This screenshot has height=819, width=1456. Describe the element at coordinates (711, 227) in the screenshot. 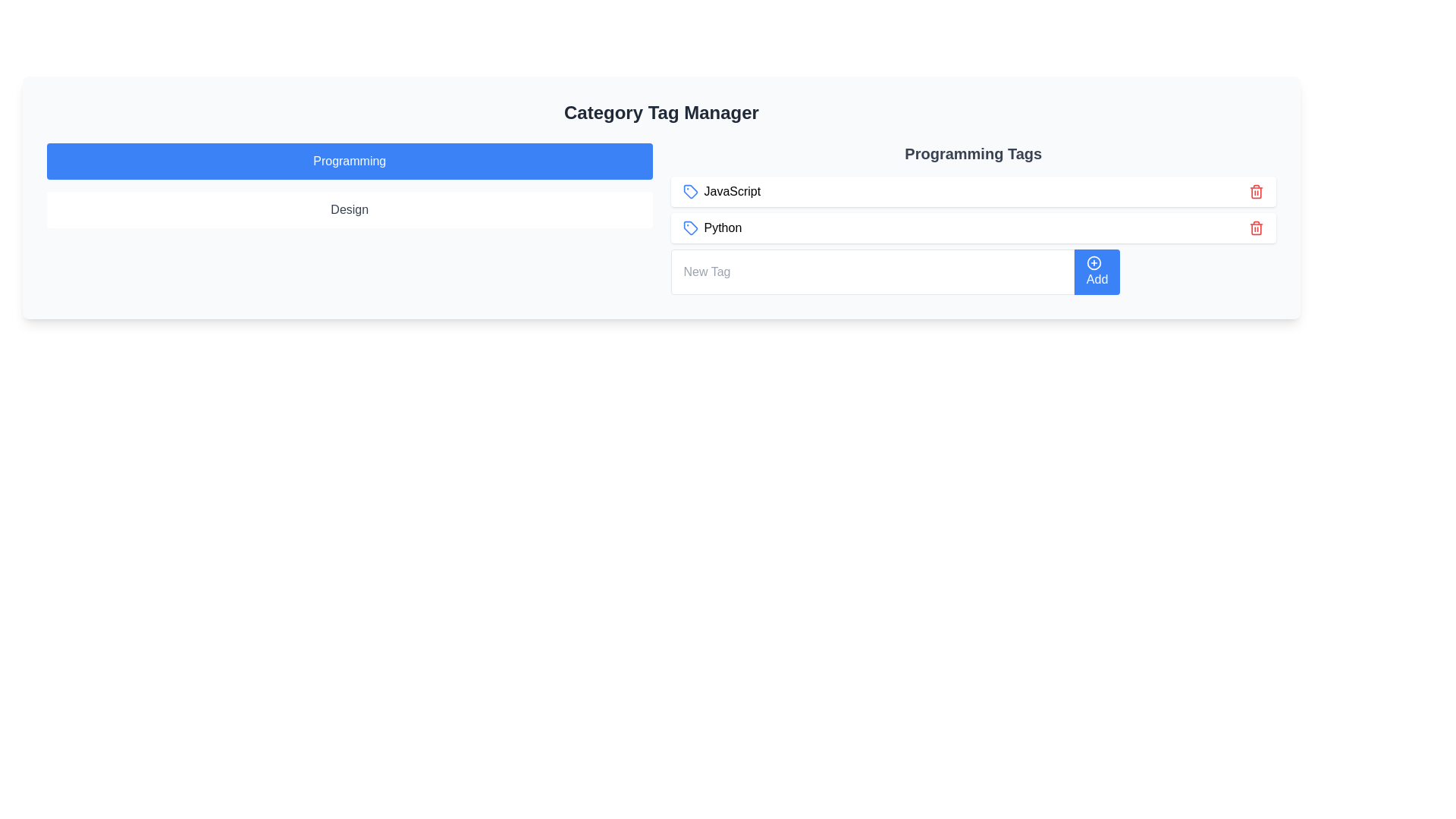

I see `the label displaying 'Python' with a blue tag-shaped icon, located under the 'Programming Tags' header on the right side of the interface` at that location.